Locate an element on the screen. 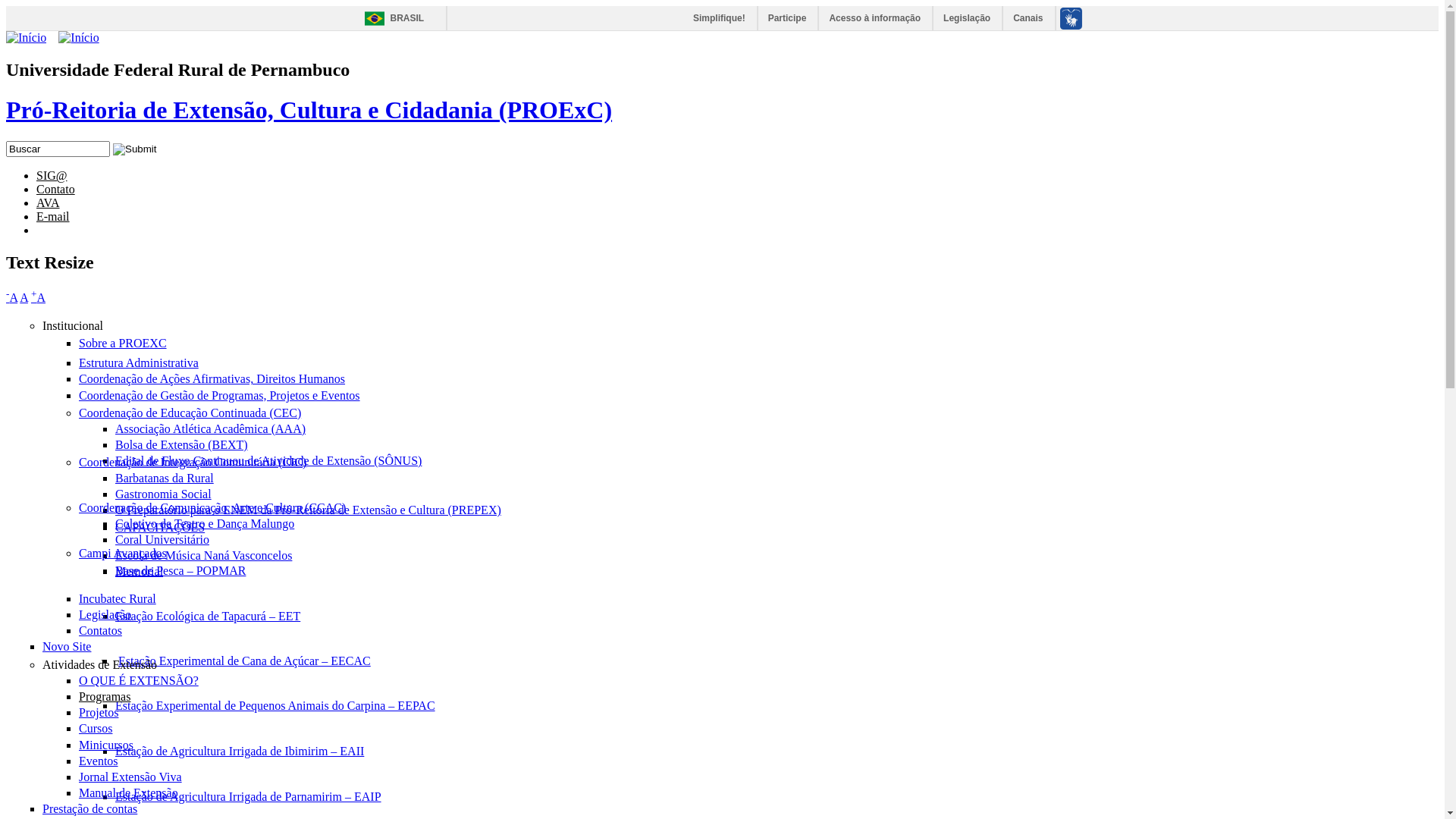 This screenshot has height=819, width=1456. 'BRASIL' is located at coordinates (390, 18).